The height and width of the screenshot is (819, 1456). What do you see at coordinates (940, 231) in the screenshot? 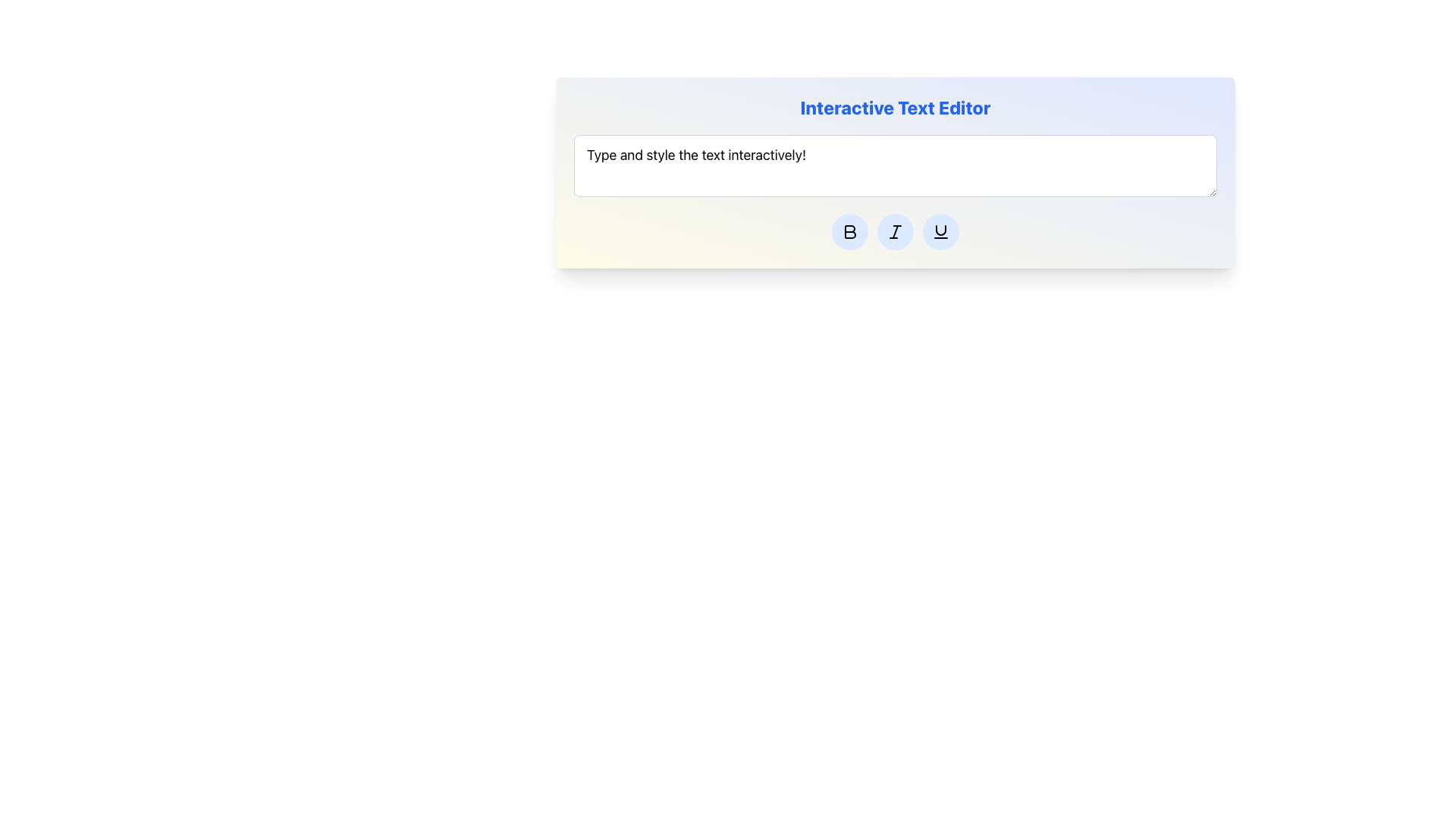
I see `the fourth circular button that toggles underline formatting in the text editor to change its appearance` at bounding box center [940, 231].